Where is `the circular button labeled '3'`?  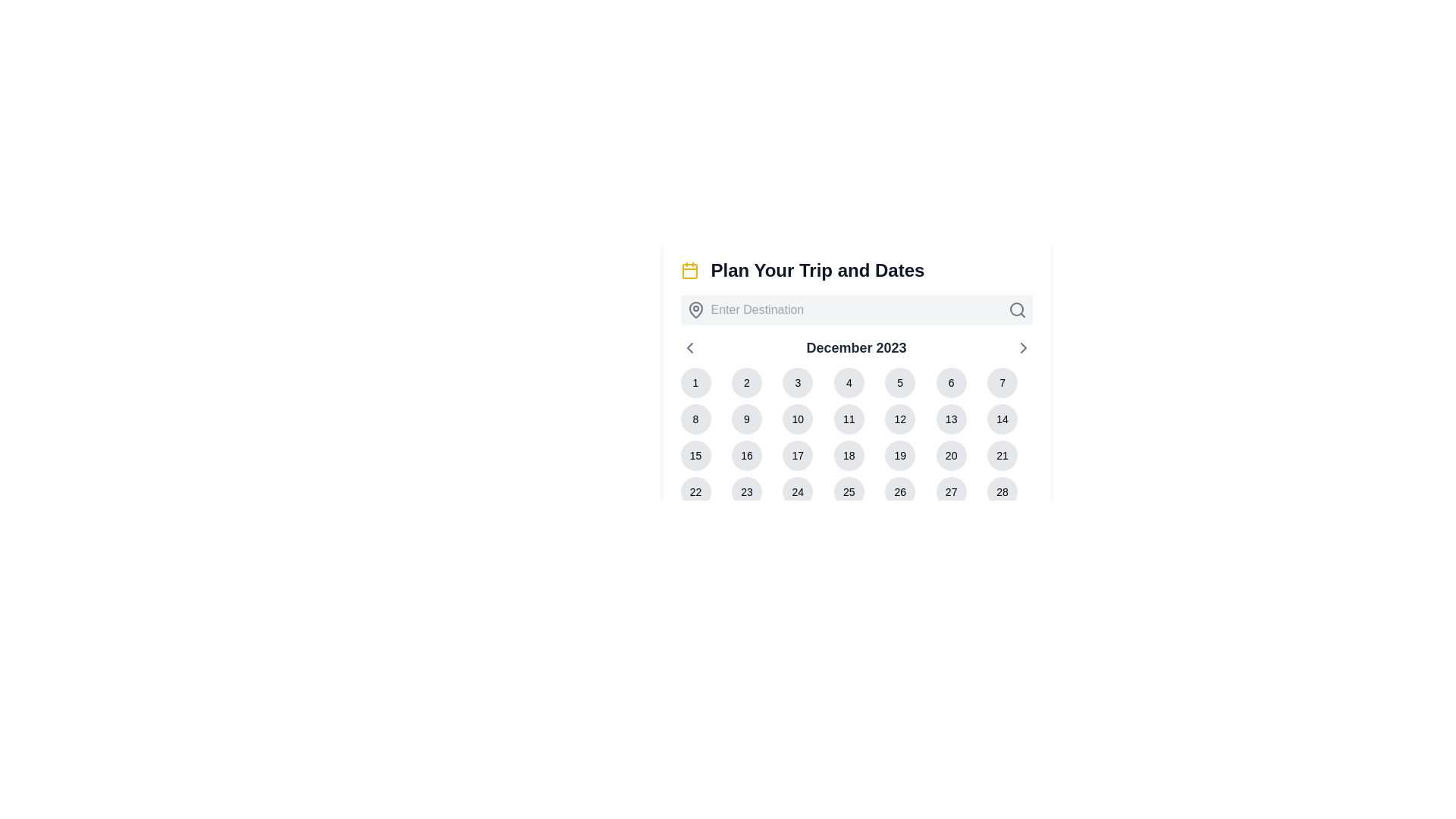
the circular button labeled '3' is located at coordinates (797, 382).